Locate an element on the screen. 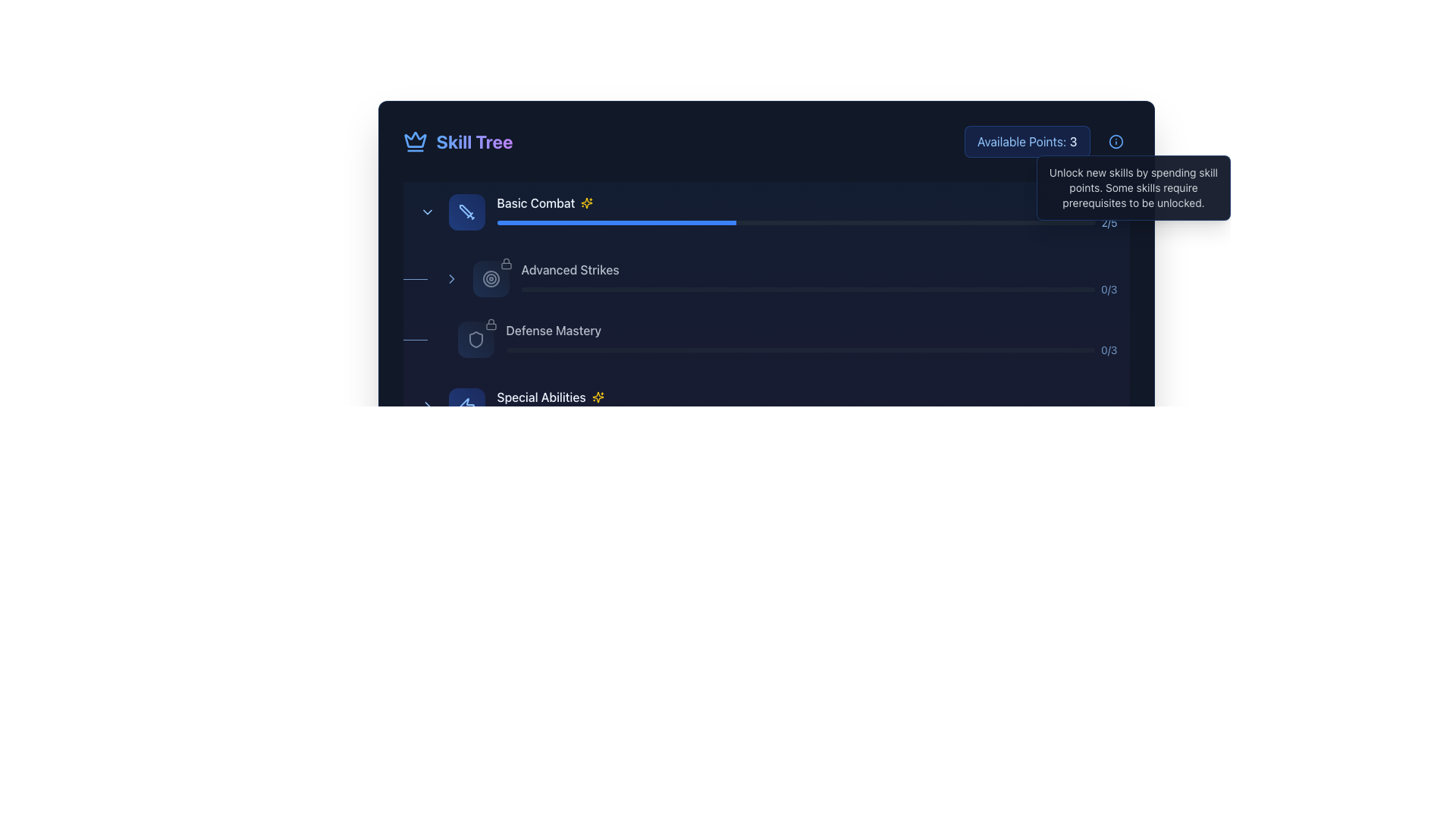 The image size is (1456, 819). numeric text label displaying the available points, which is styled in a medium font weight and light blue color, located to the right of the 'Available Points:' label in the top-right corner of the interface is located at coordinates (1072, 141).